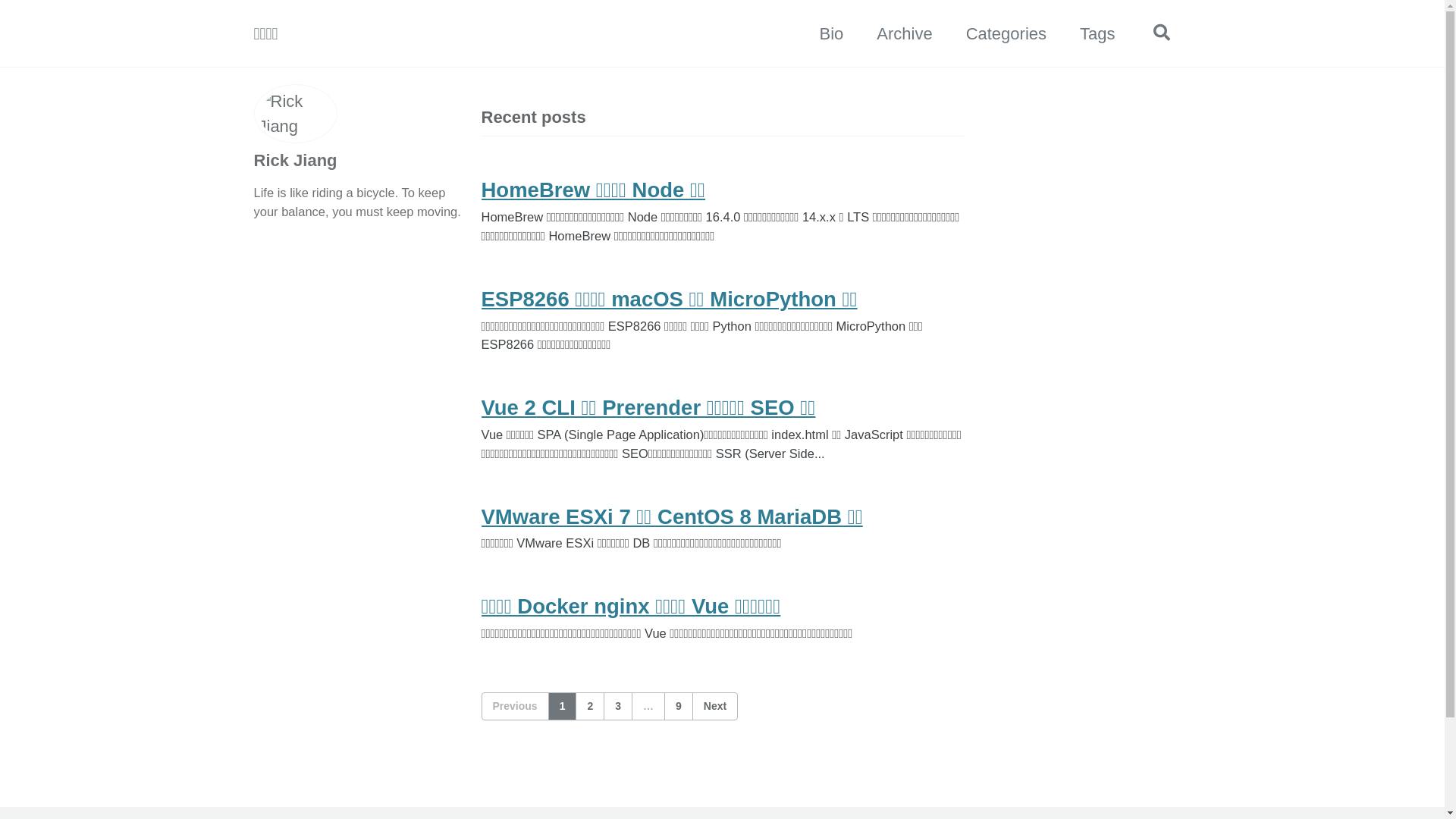  Describe the element at coordinates (514, 706) in the screenshot. I see `'Previous'` at that location.